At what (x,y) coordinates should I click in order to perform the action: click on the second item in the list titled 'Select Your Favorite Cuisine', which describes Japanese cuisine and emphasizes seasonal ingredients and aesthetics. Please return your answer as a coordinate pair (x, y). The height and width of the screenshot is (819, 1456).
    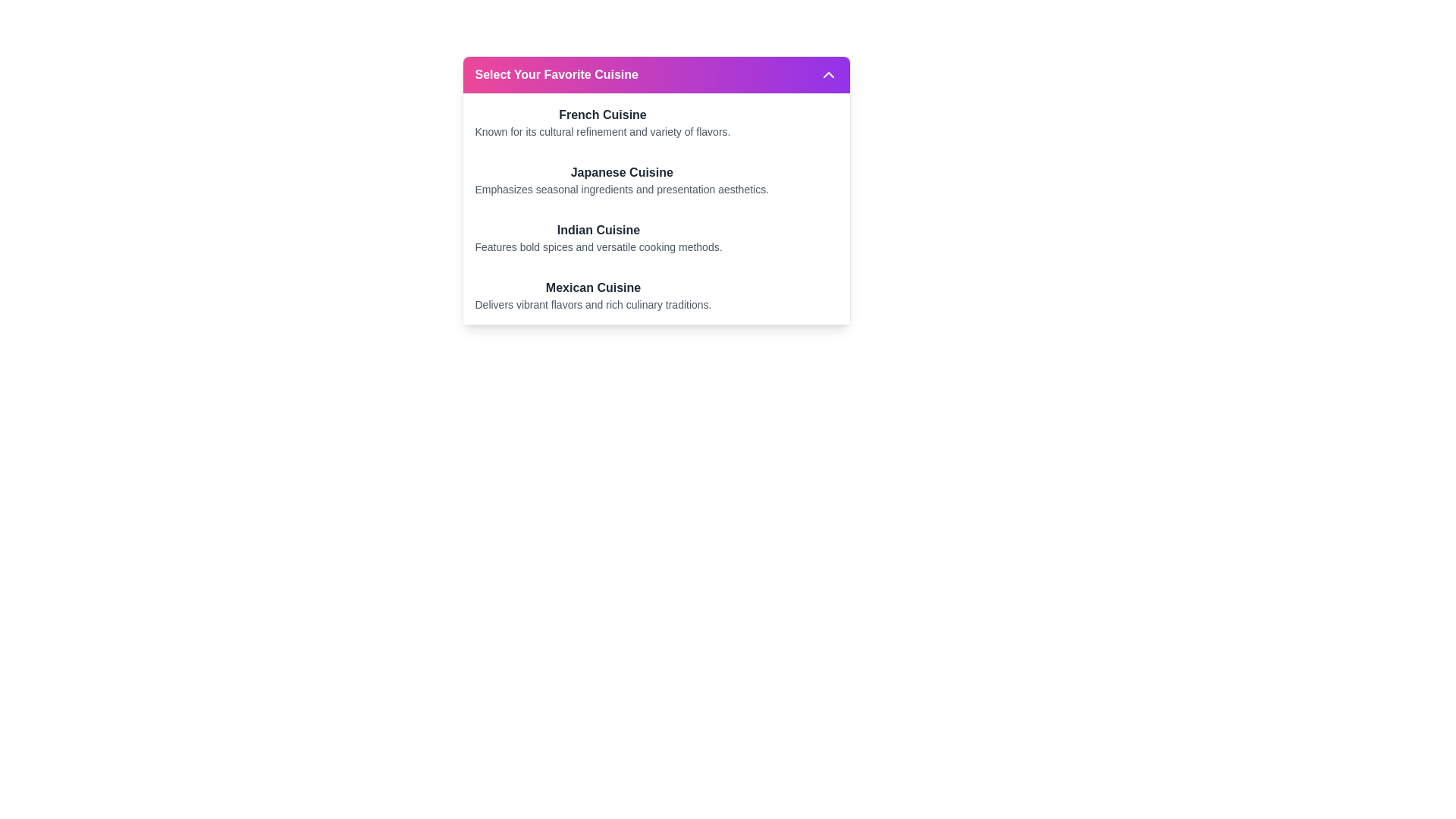
    Looking at the image, I should click on (656, 180).